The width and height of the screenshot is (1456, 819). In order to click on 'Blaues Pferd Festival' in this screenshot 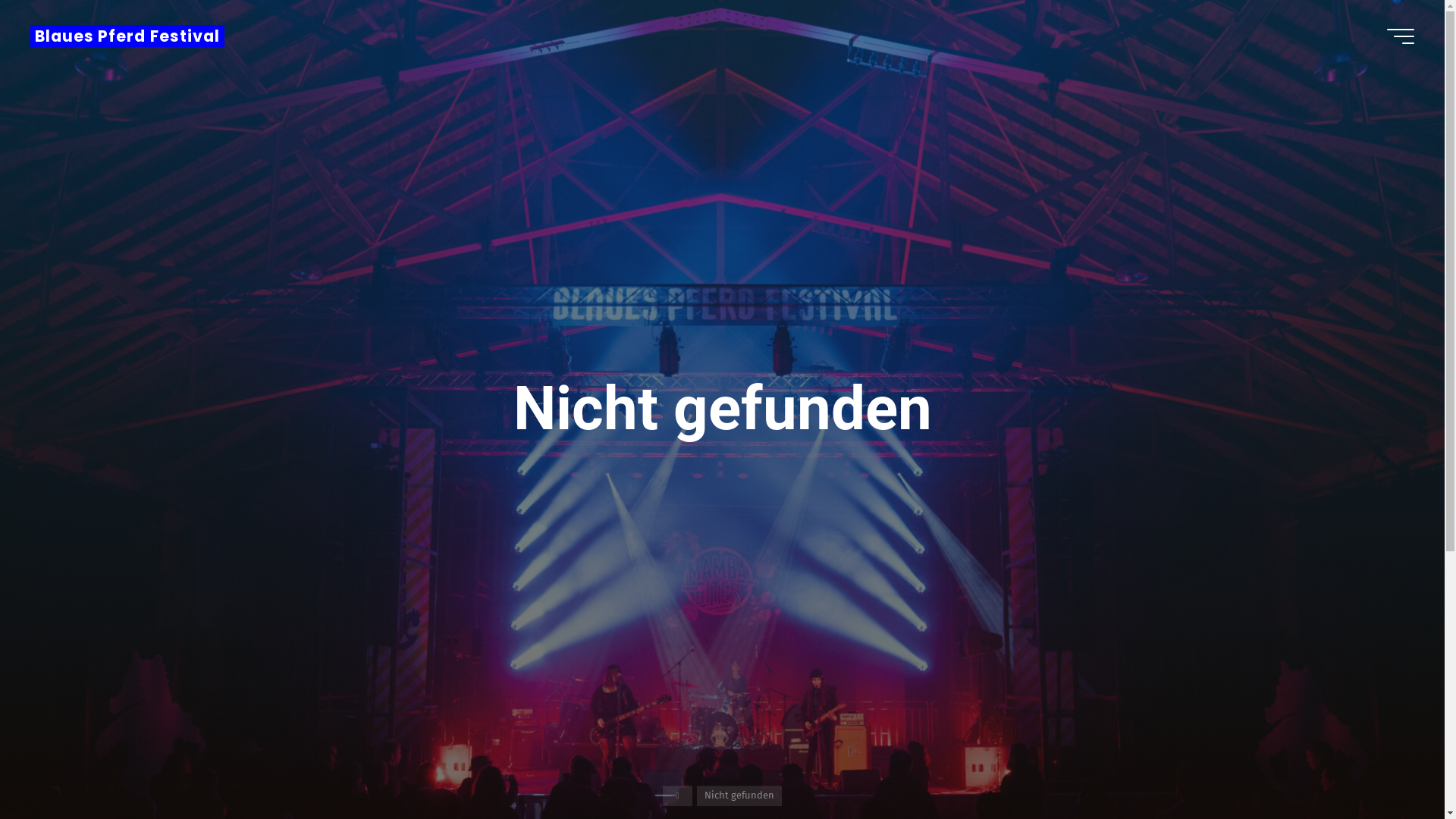, I will do `click(127, 35)`.